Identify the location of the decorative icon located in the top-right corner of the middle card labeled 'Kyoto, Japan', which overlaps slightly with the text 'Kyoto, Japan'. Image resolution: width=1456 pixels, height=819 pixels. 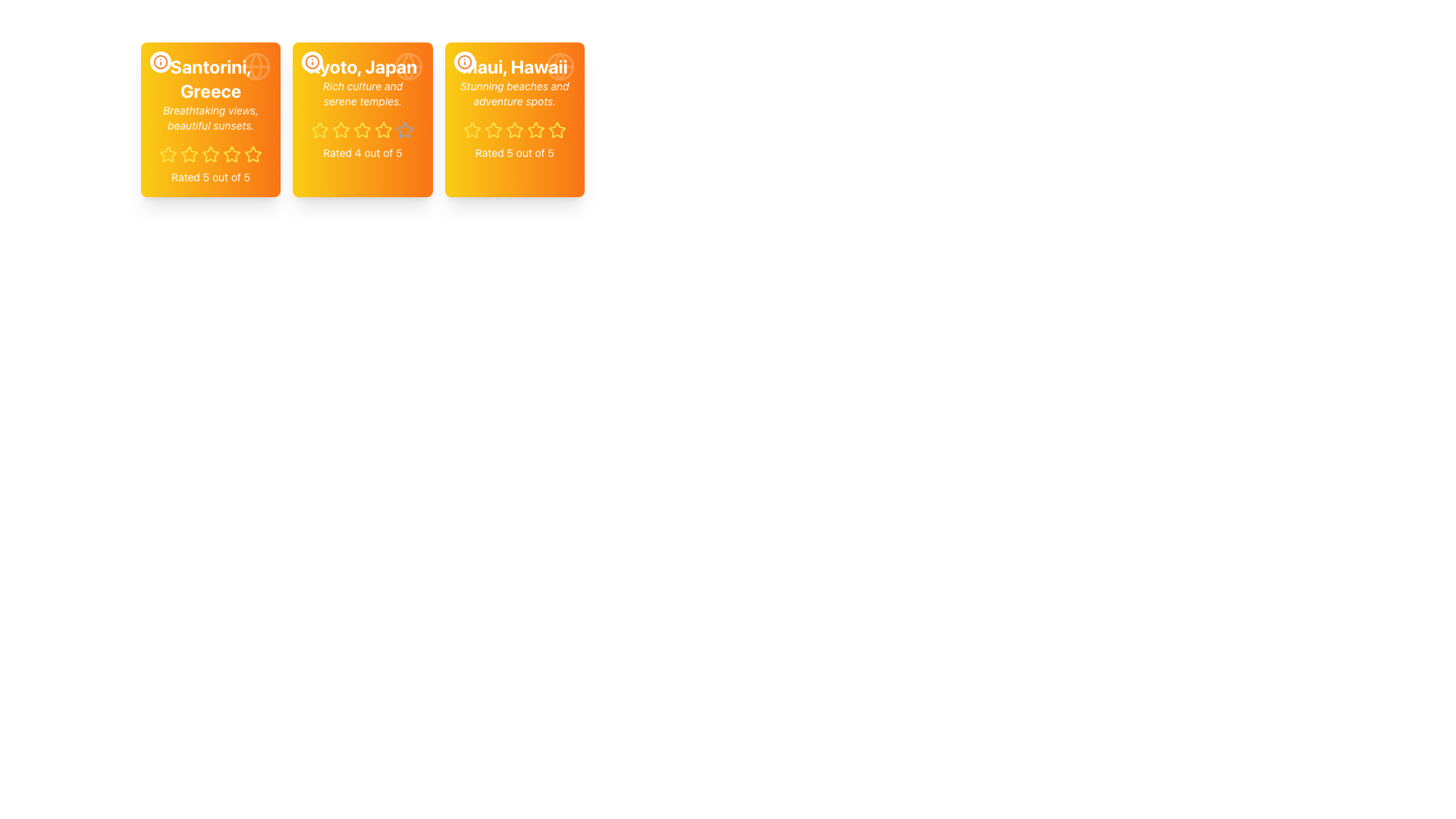
(408, 66).